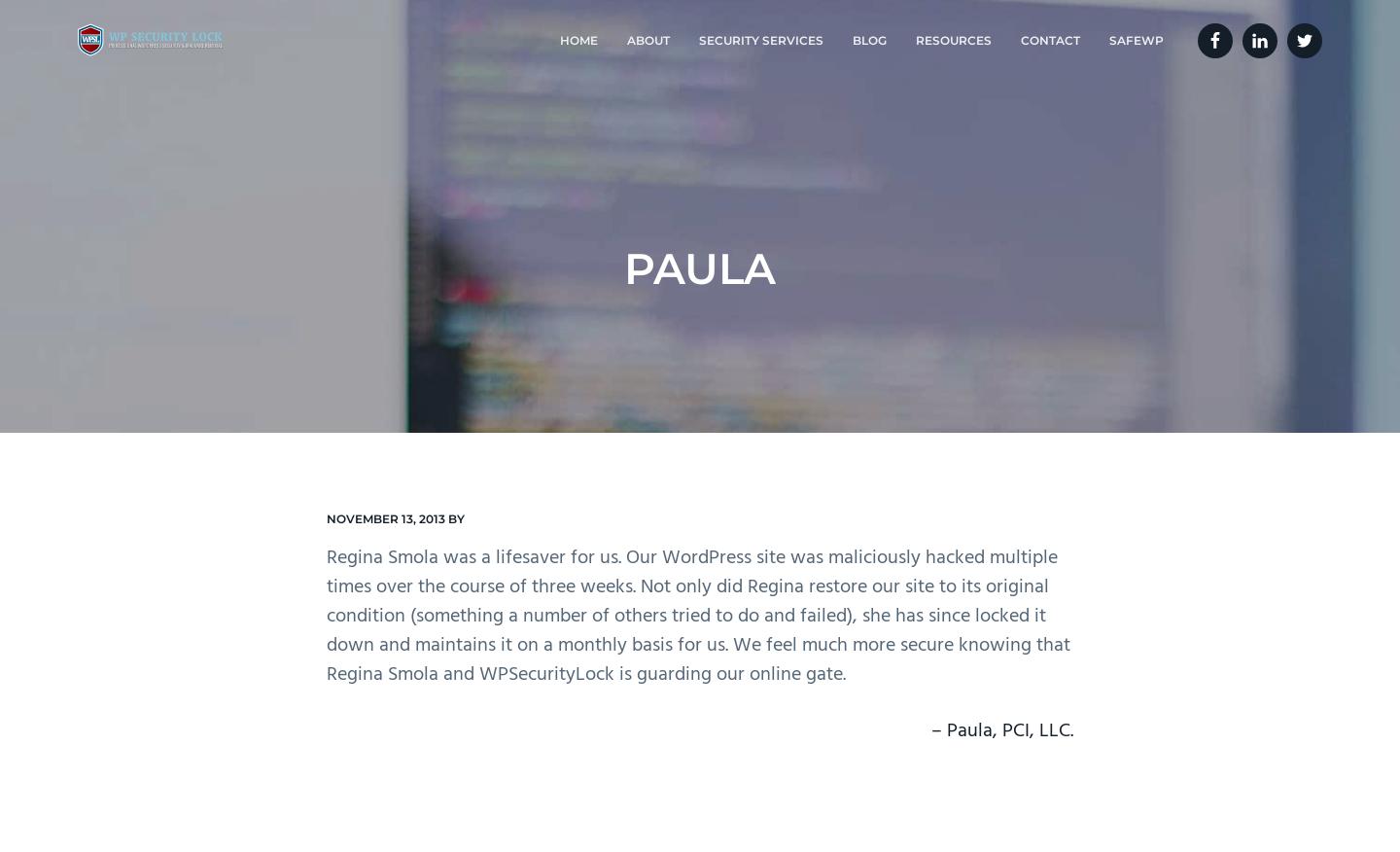 The height and width of the screenshot is (852, 1400). Describe the element at coordinates (746, 169) in the screenshot. I see `'WordPress Security and Installation Services'` at that location.